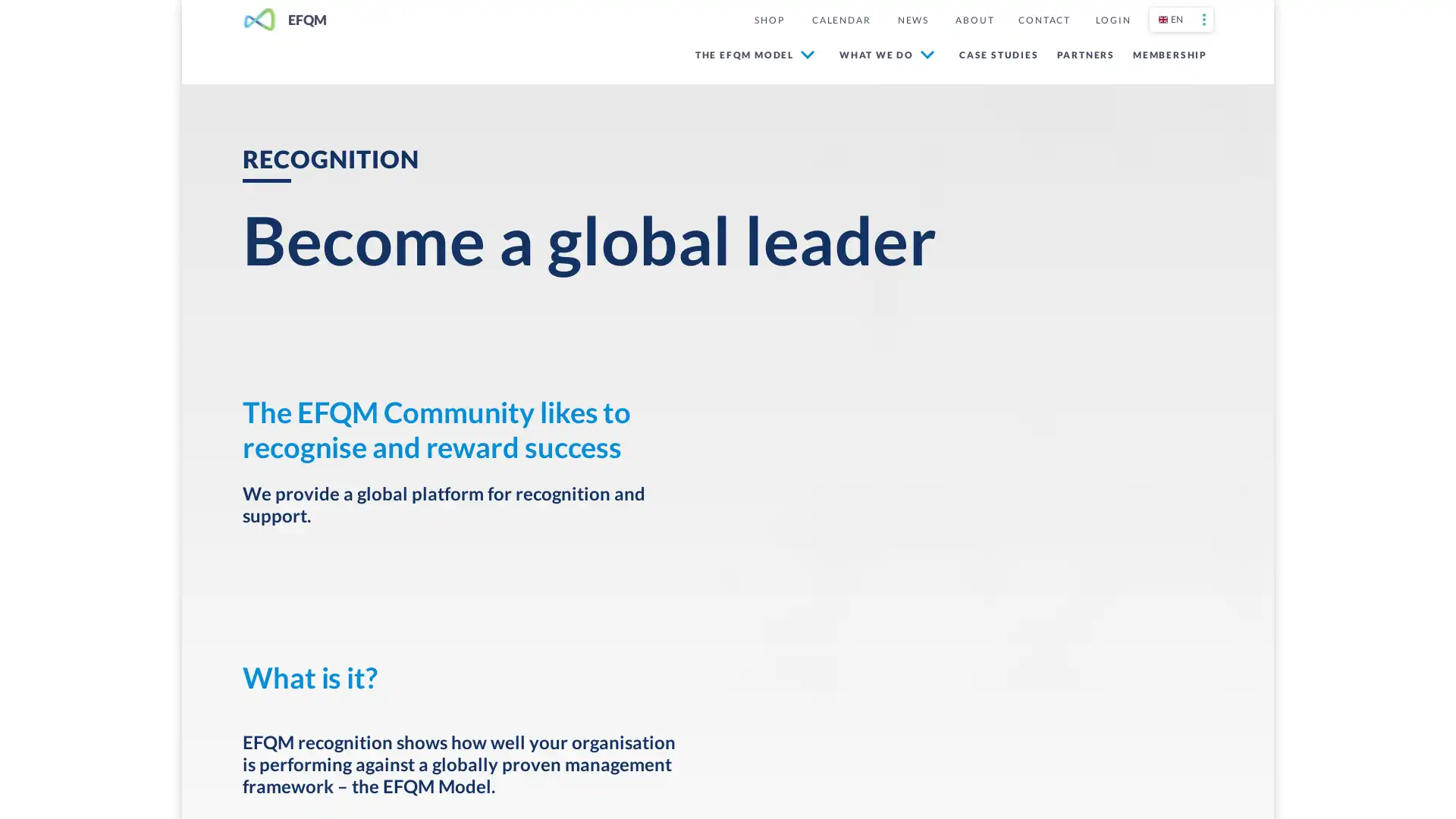 Image resolution: width=1456 pixels, height=819 pixels. I want to click on MEMBERSHIP, so click(1166, 53).